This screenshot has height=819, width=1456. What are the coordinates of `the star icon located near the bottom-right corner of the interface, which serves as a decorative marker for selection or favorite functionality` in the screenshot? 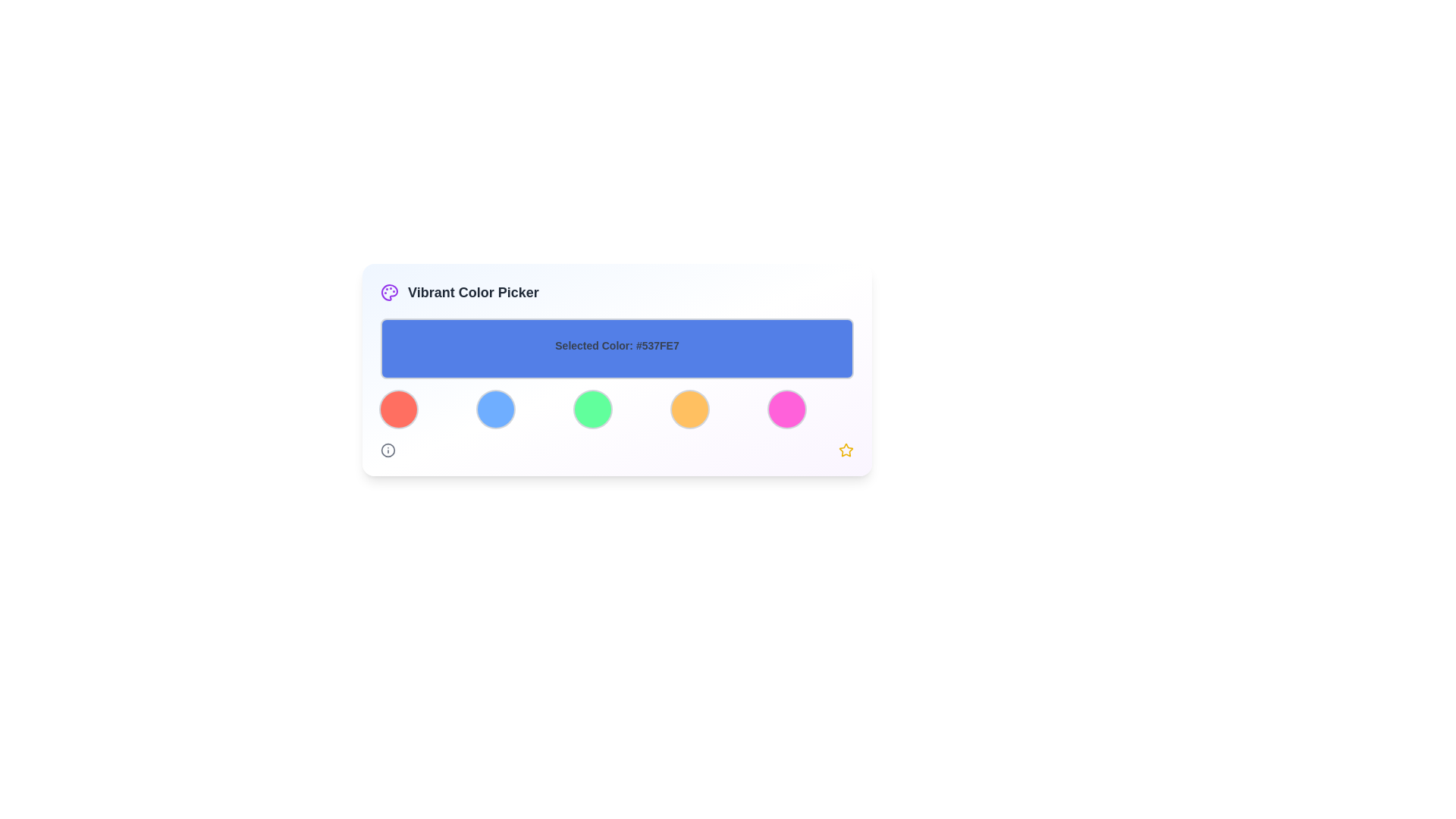 It's located at (846, 449).